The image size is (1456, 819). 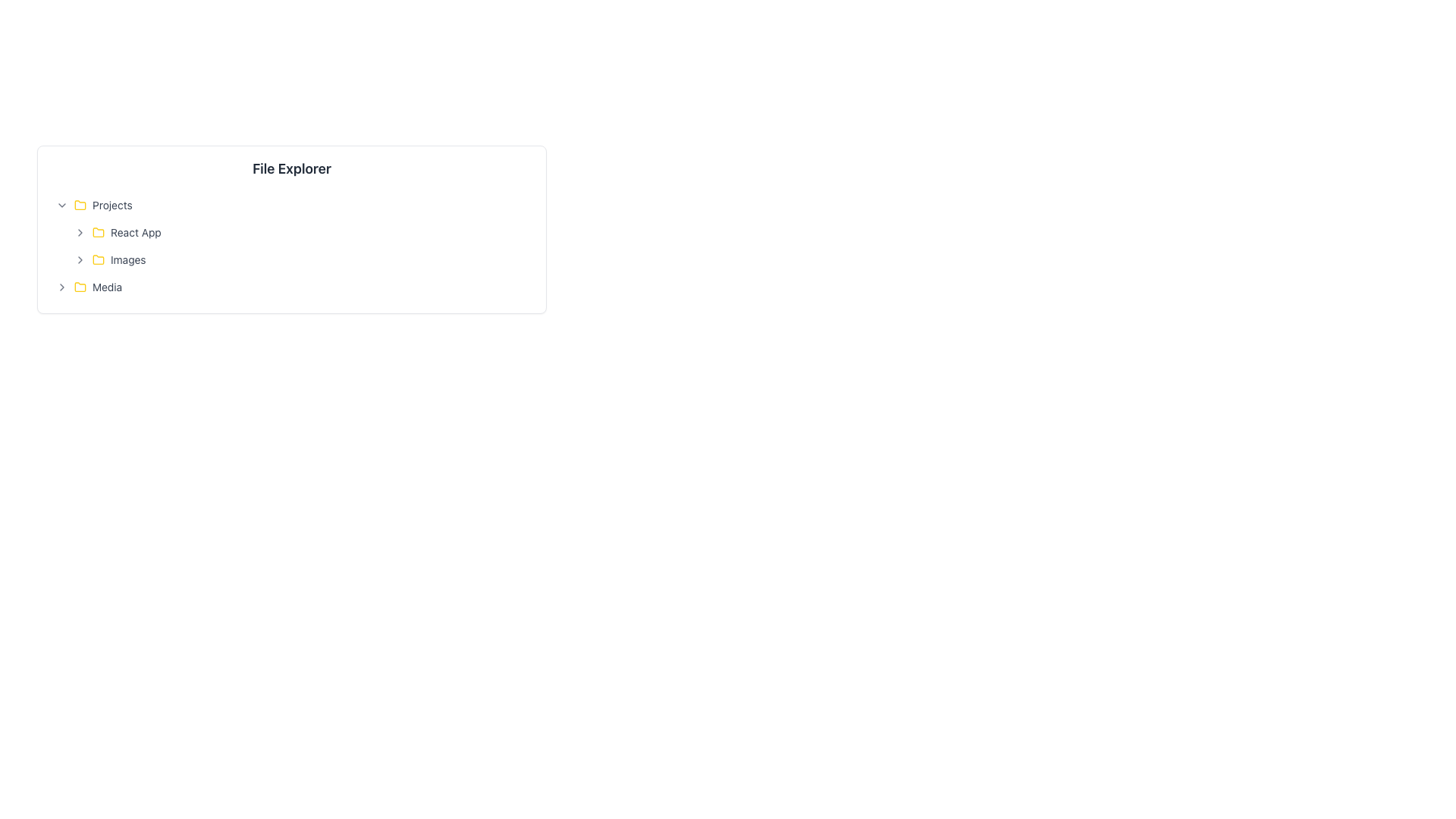 What do you see at coordinates (79, 233) in the screenshot?
I see `the Chevron icon used for navigation` at bounding box center [79, 233].